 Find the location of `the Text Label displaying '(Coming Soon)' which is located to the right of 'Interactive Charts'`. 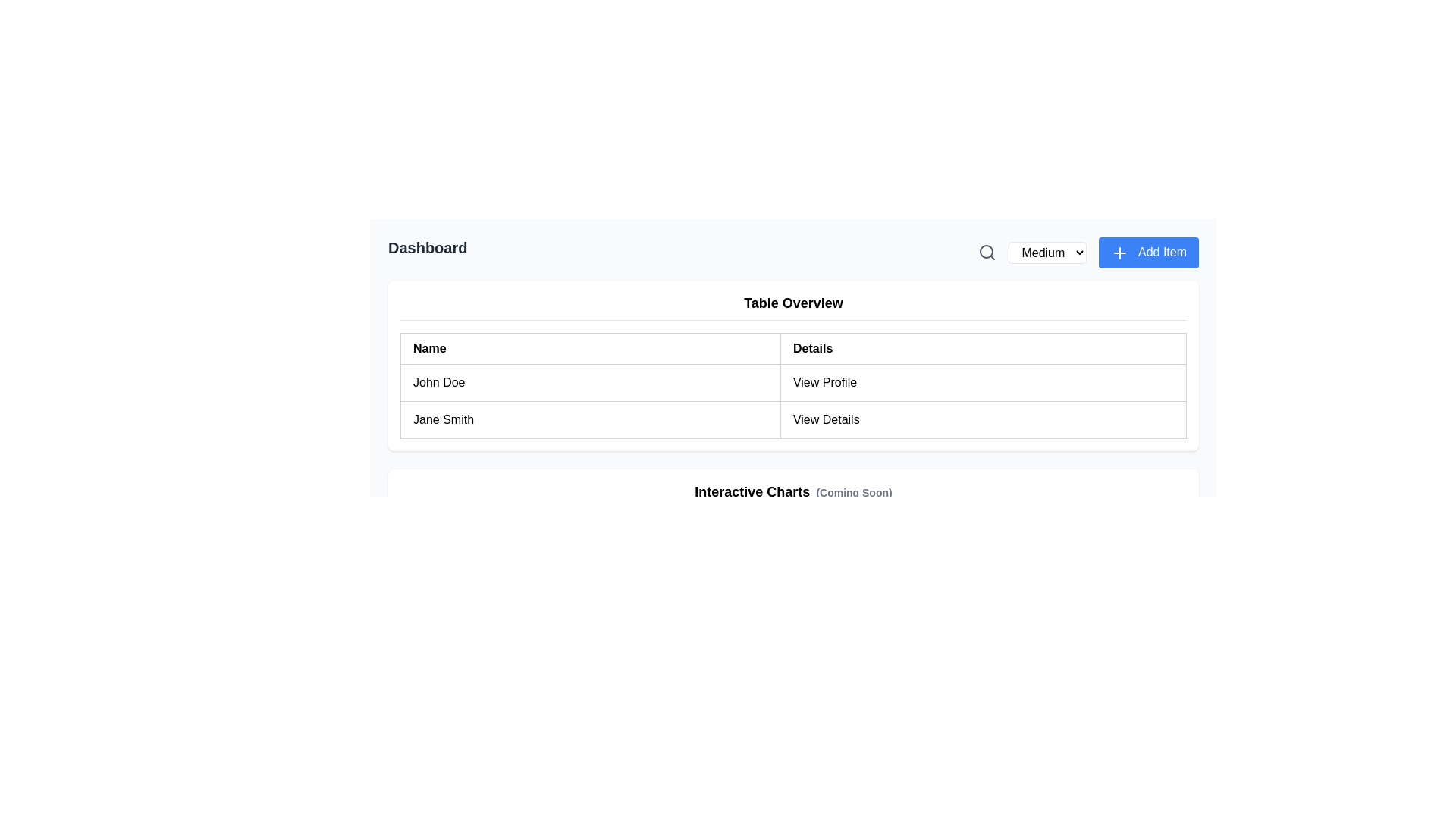

the Text Label displaying '(Coming Soon)' which is located to the right of 'Interactive Charts' is located at coordinates (854, 492).